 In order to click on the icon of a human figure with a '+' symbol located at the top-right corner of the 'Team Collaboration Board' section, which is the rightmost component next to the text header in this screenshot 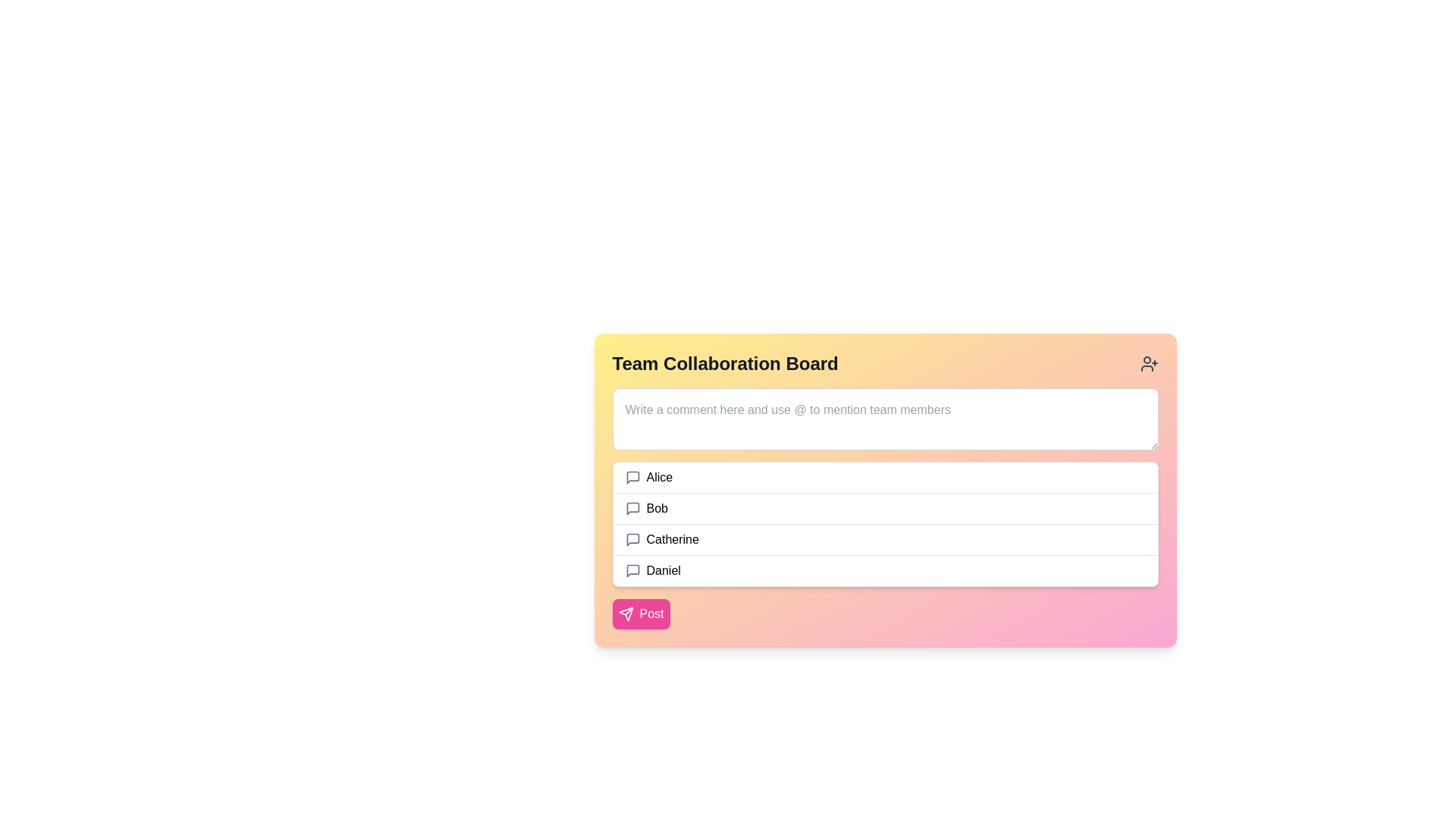, I will do `click(1149, 363)`.